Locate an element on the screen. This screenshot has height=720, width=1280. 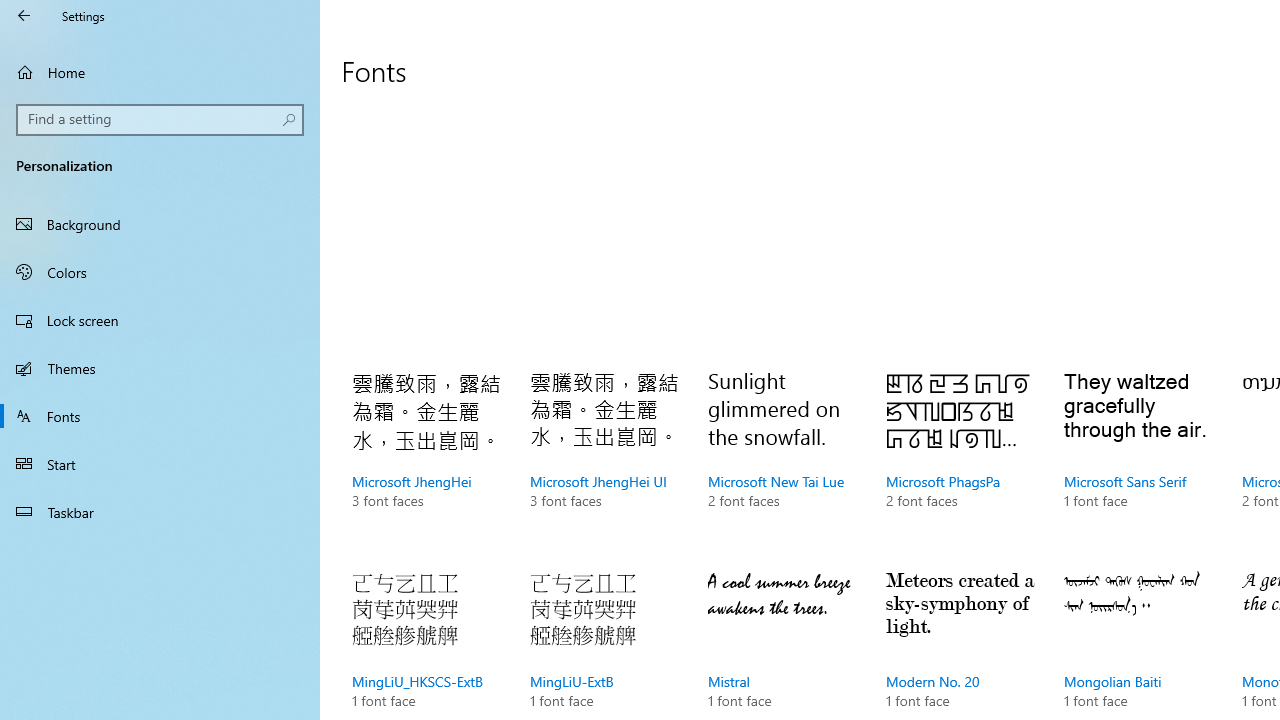
'Colors' is located at coordinates (160, 271).